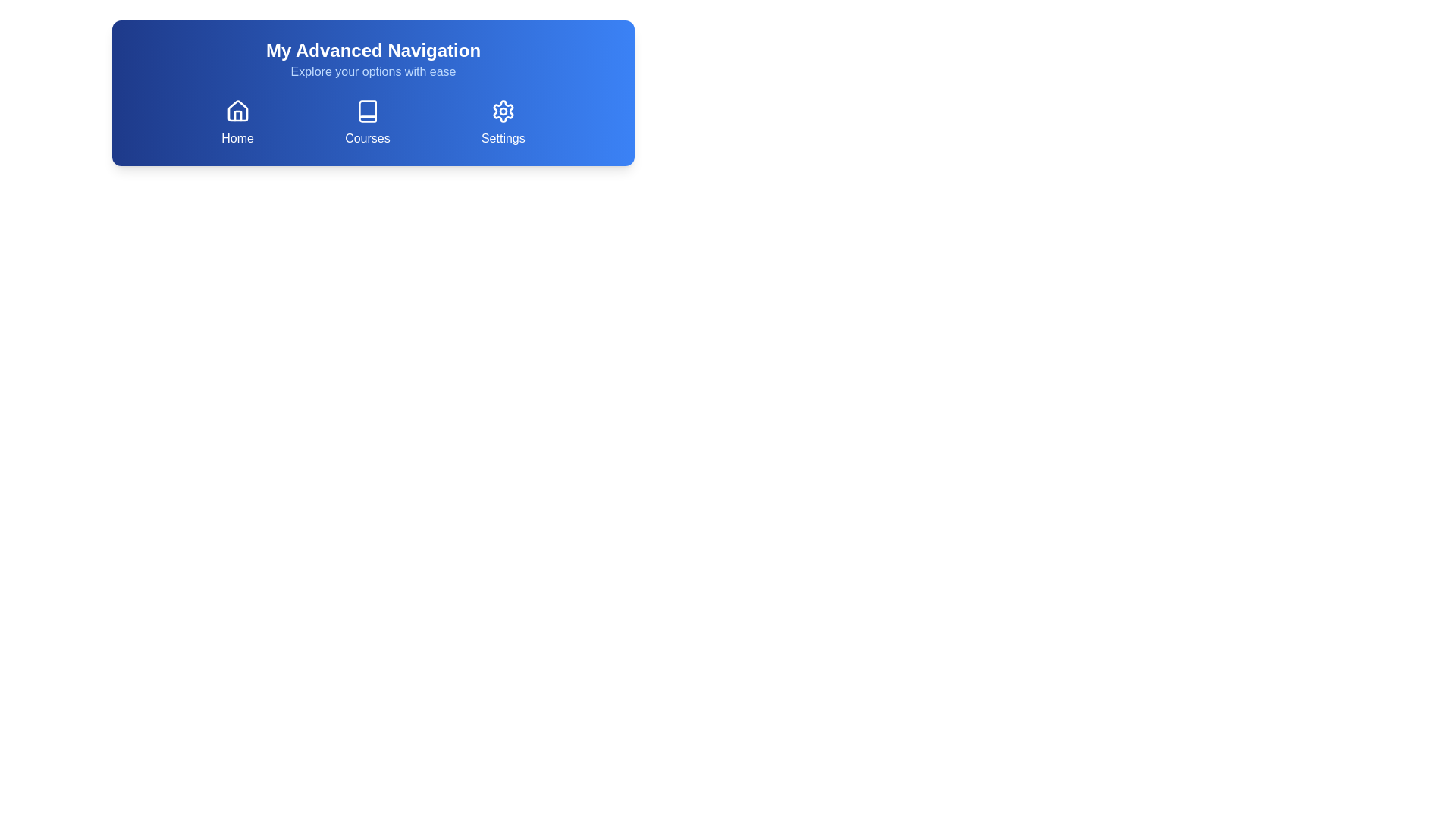 The image size is (1456, 819). Describe the element at coordinates (237, 110) in the screenshot. I see `the house-shaped icon with a white outline on a blue gradient background, labeled 'Home'` at that location.